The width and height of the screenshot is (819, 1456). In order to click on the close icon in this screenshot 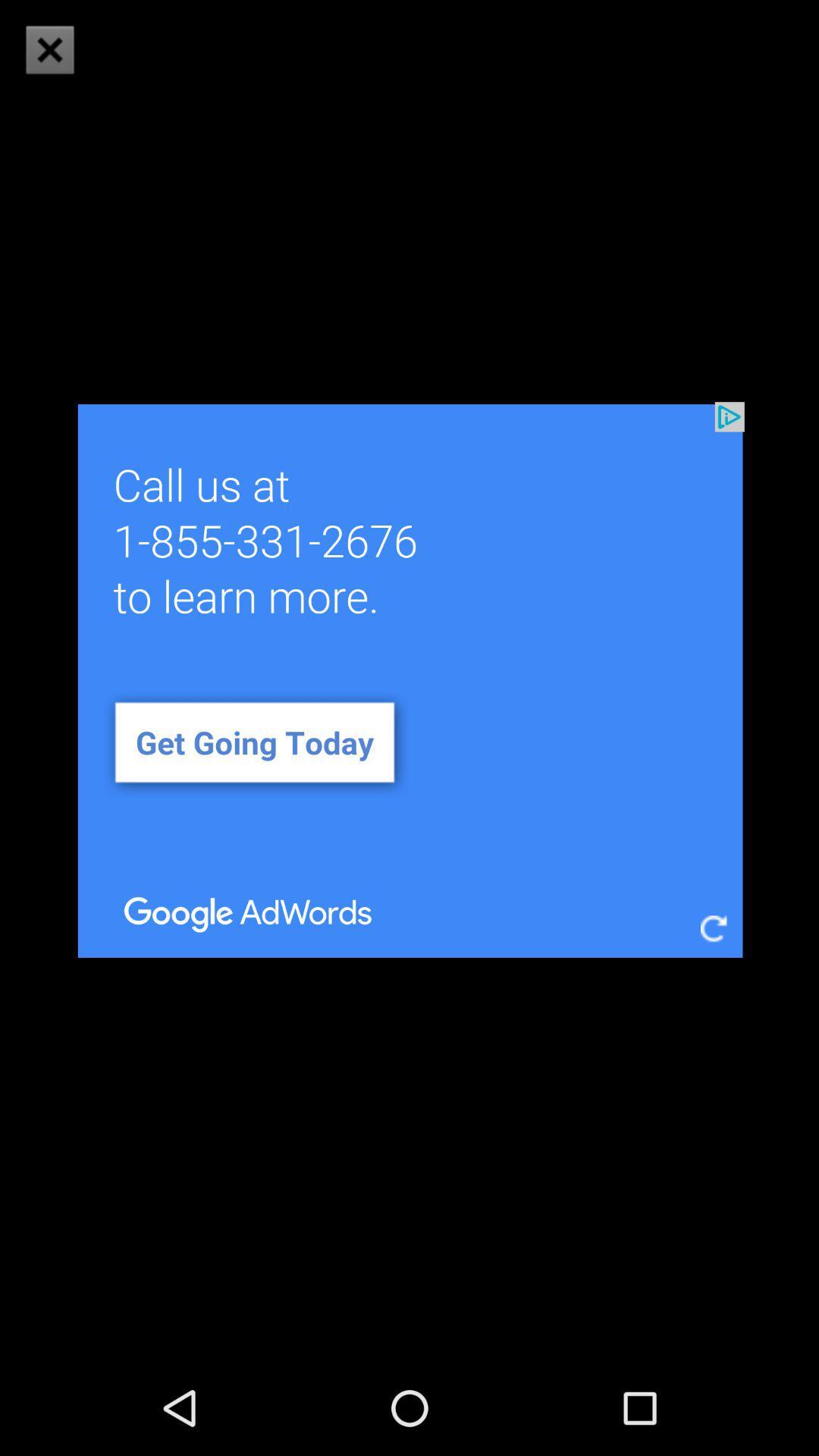, I will do `click(49, 53)`.